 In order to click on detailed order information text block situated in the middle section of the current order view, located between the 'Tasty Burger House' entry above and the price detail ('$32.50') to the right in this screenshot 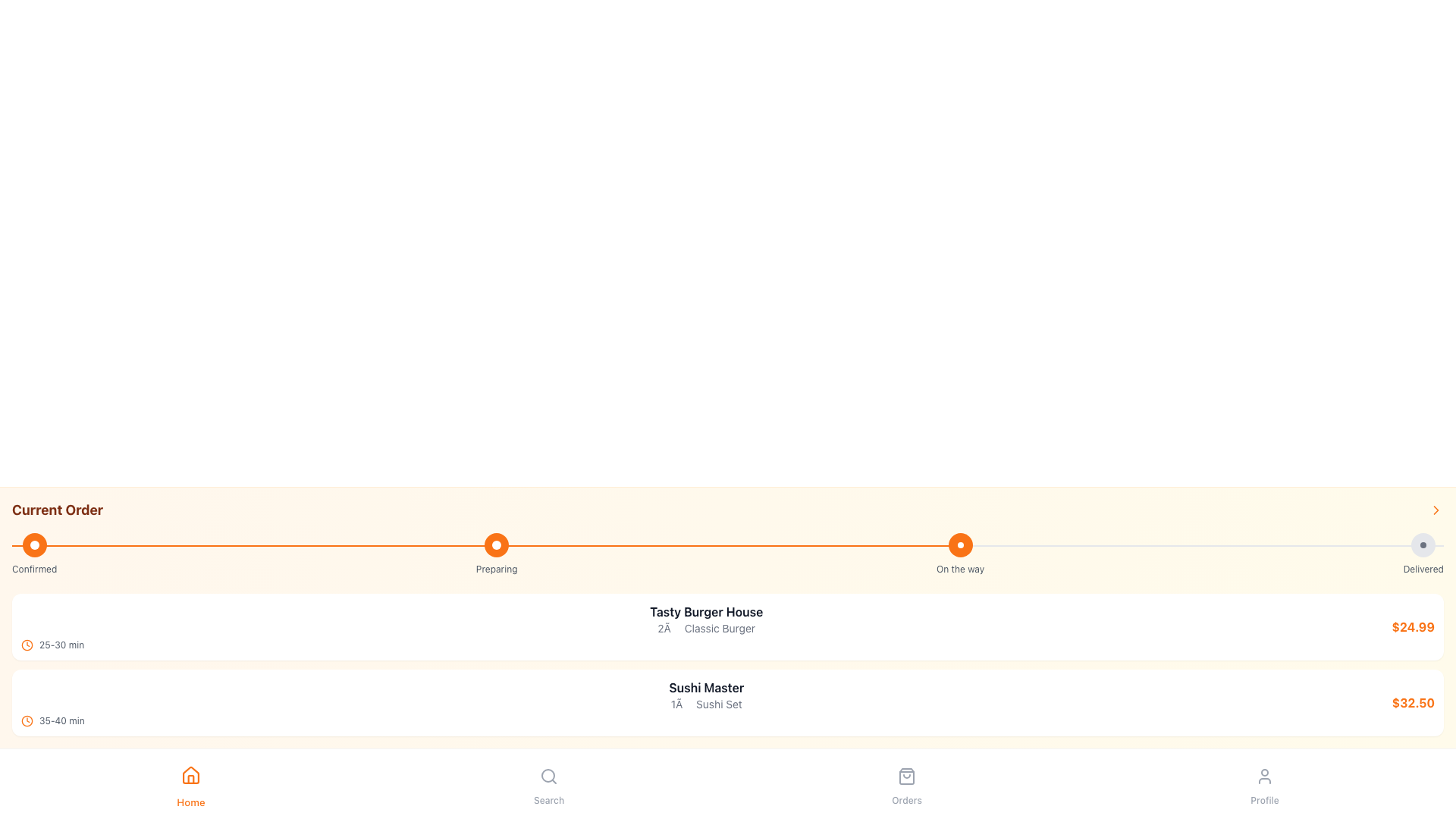, I will do `click(705, 702)`.